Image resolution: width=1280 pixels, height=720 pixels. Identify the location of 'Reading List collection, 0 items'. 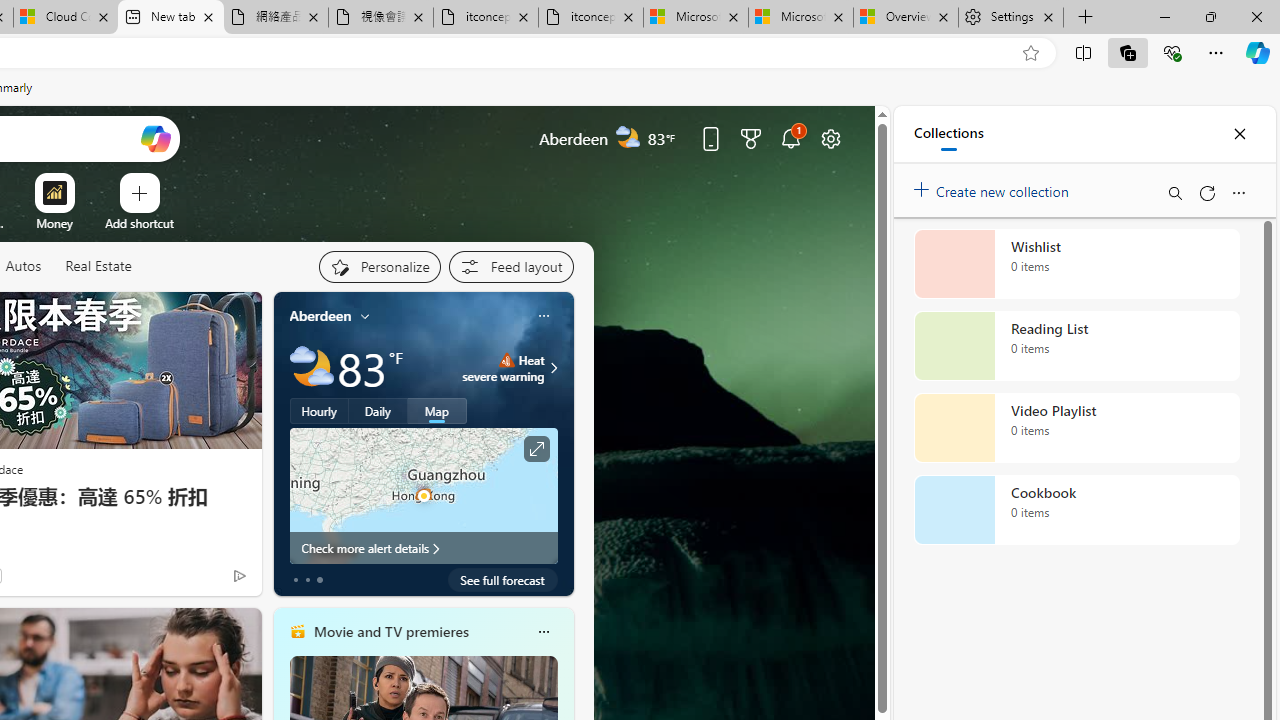
(1076, 344).